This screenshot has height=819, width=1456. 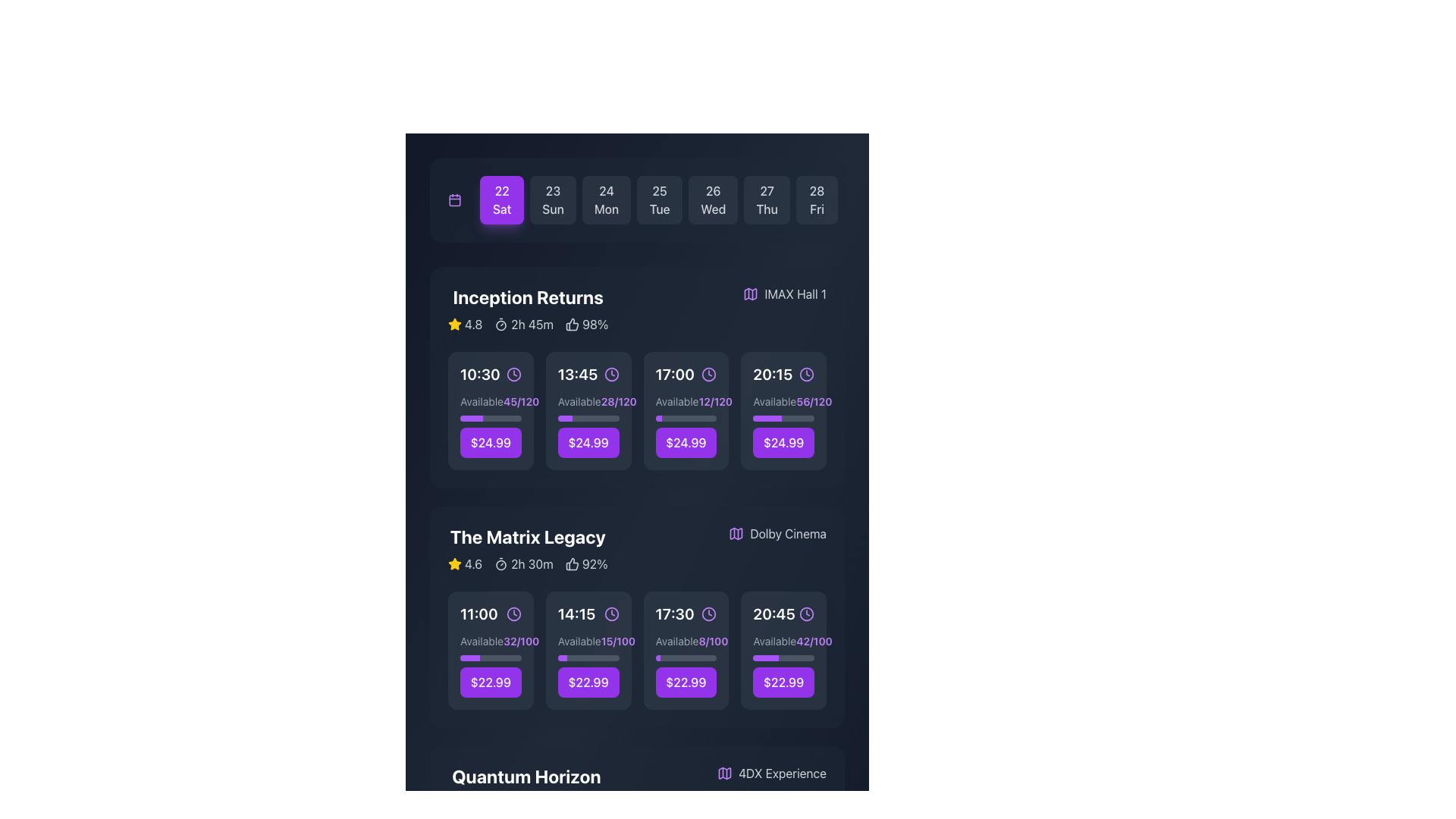 I want to click on the text label indicating the availability of seats for 'The Matrix Legacy' showtime, located beneath the '11:00' time heading, so click(x=491, y=641).